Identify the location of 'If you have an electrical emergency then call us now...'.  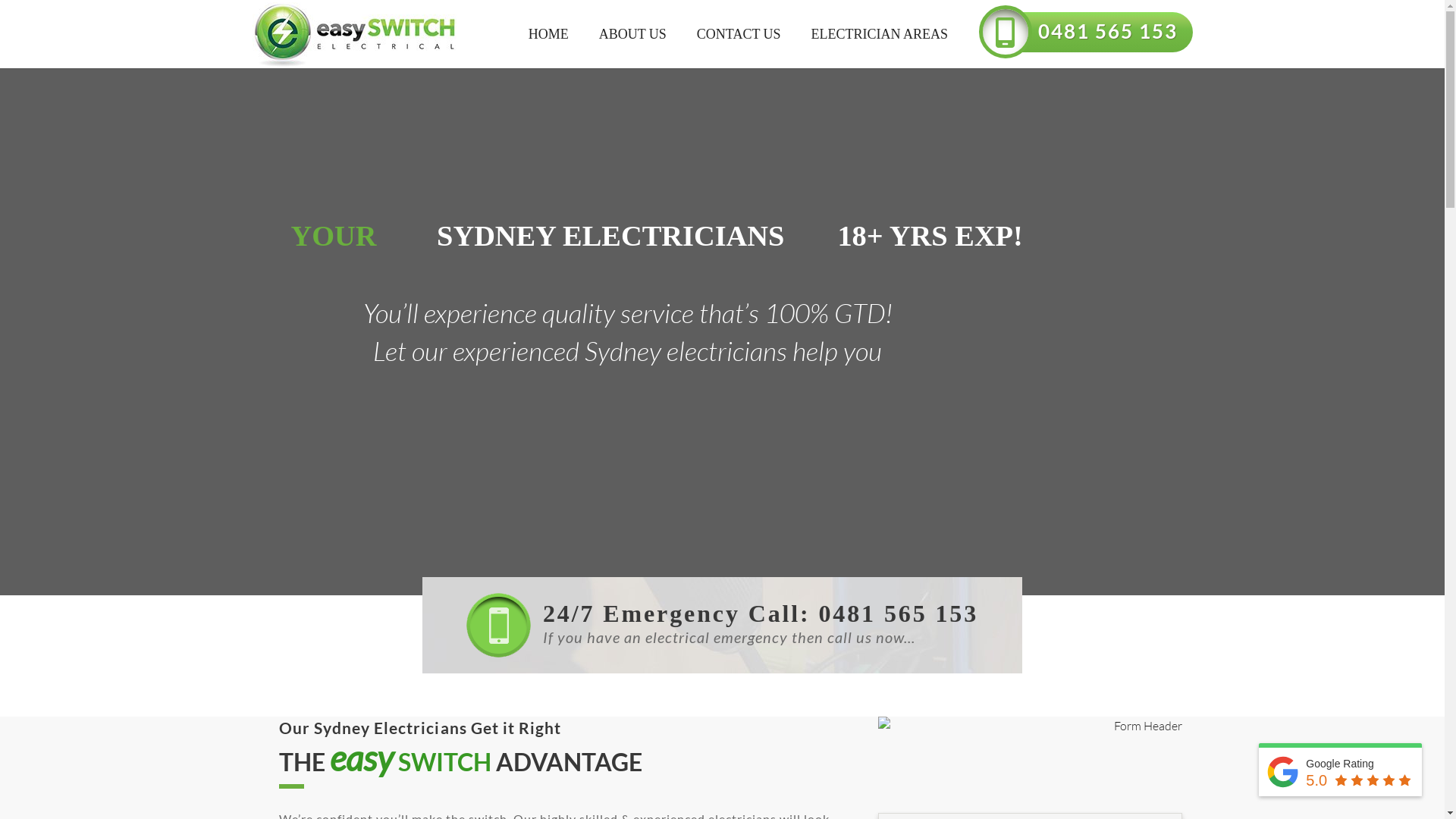
(721, 646).